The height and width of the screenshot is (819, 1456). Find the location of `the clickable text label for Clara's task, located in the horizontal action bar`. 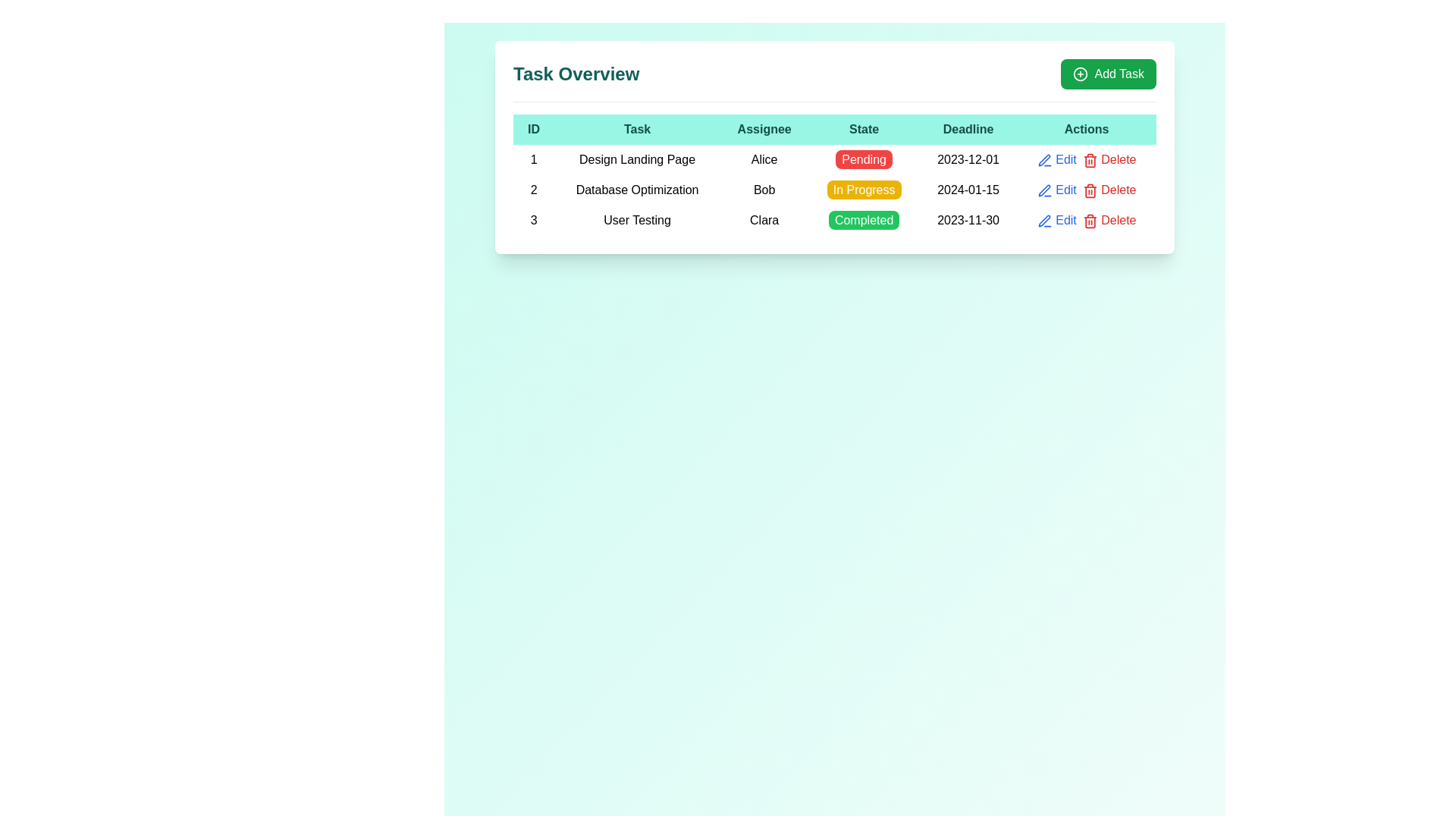

the clickable text label for Clara's task, located in the horizontal action bar is located at coordinates (1056, 220).